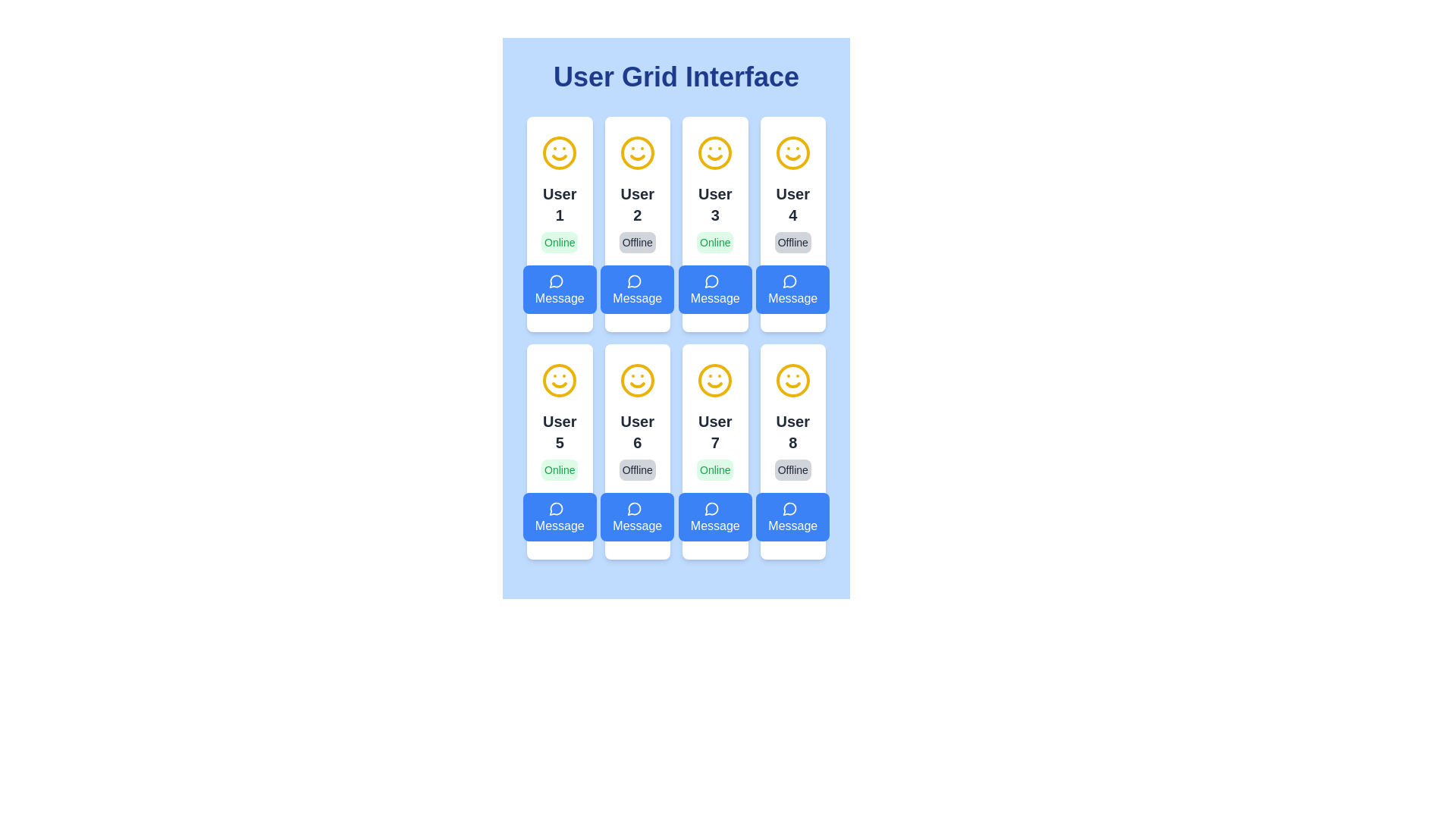 The width and height of the screenshot is (1456, 819). Describe the element at coordinates (792, 158) in the screenshot. I see `the smiley face icon located in the first row and fourth column of the user card grid layout, which features a curved line representing a smile` at that location.